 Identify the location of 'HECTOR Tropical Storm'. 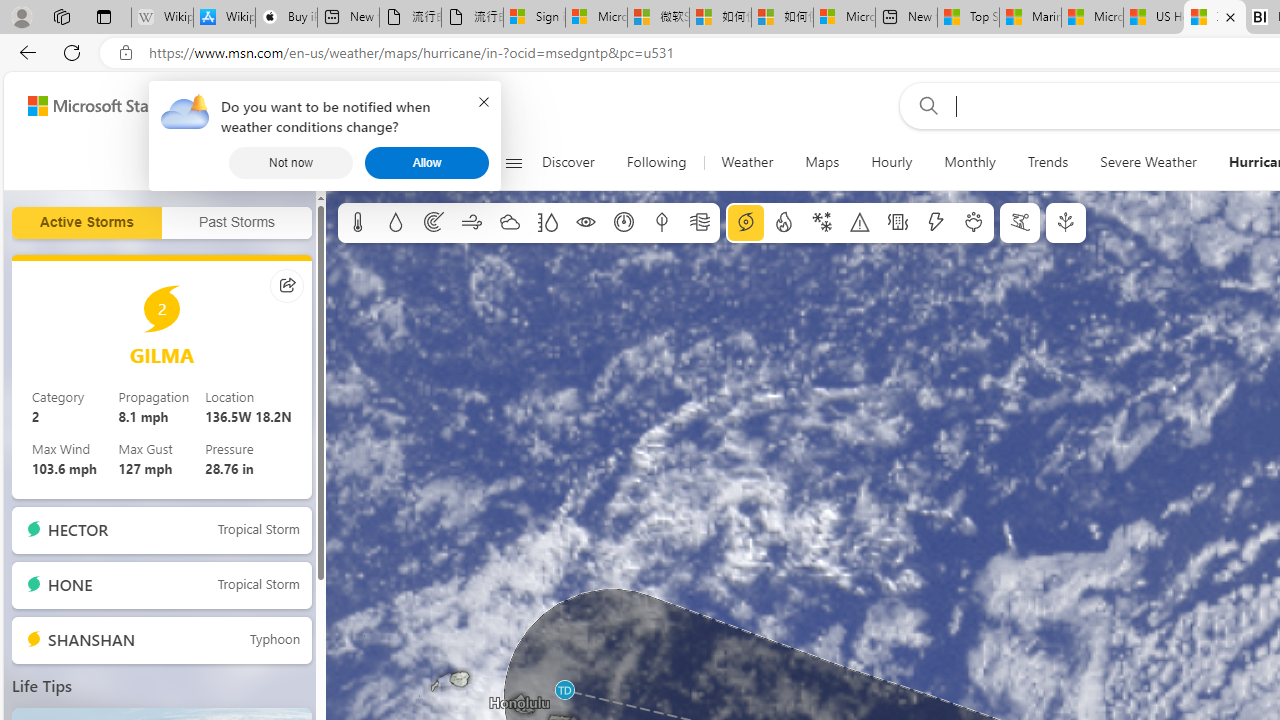
(161, 529).